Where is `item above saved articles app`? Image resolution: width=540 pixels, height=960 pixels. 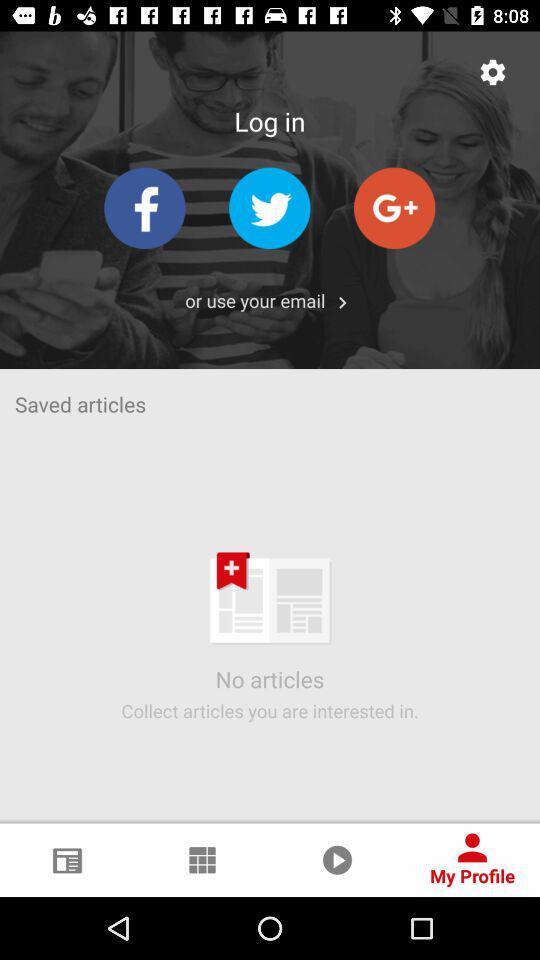 item above saved articles app is located at coordinates (341, 302).